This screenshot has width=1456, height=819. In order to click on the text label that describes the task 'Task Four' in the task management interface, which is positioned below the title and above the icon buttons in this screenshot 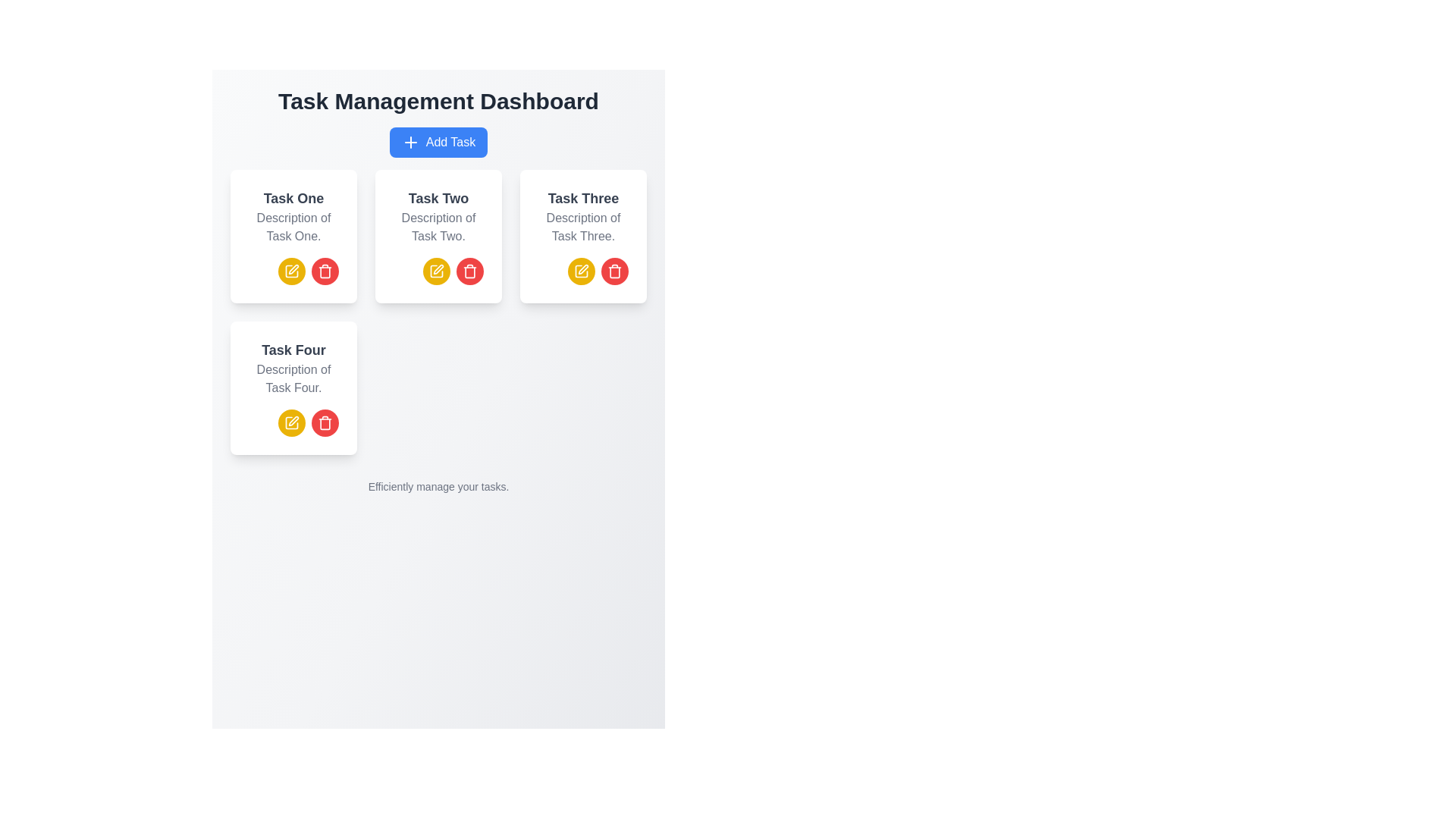, I will do `click(293, 378)`.